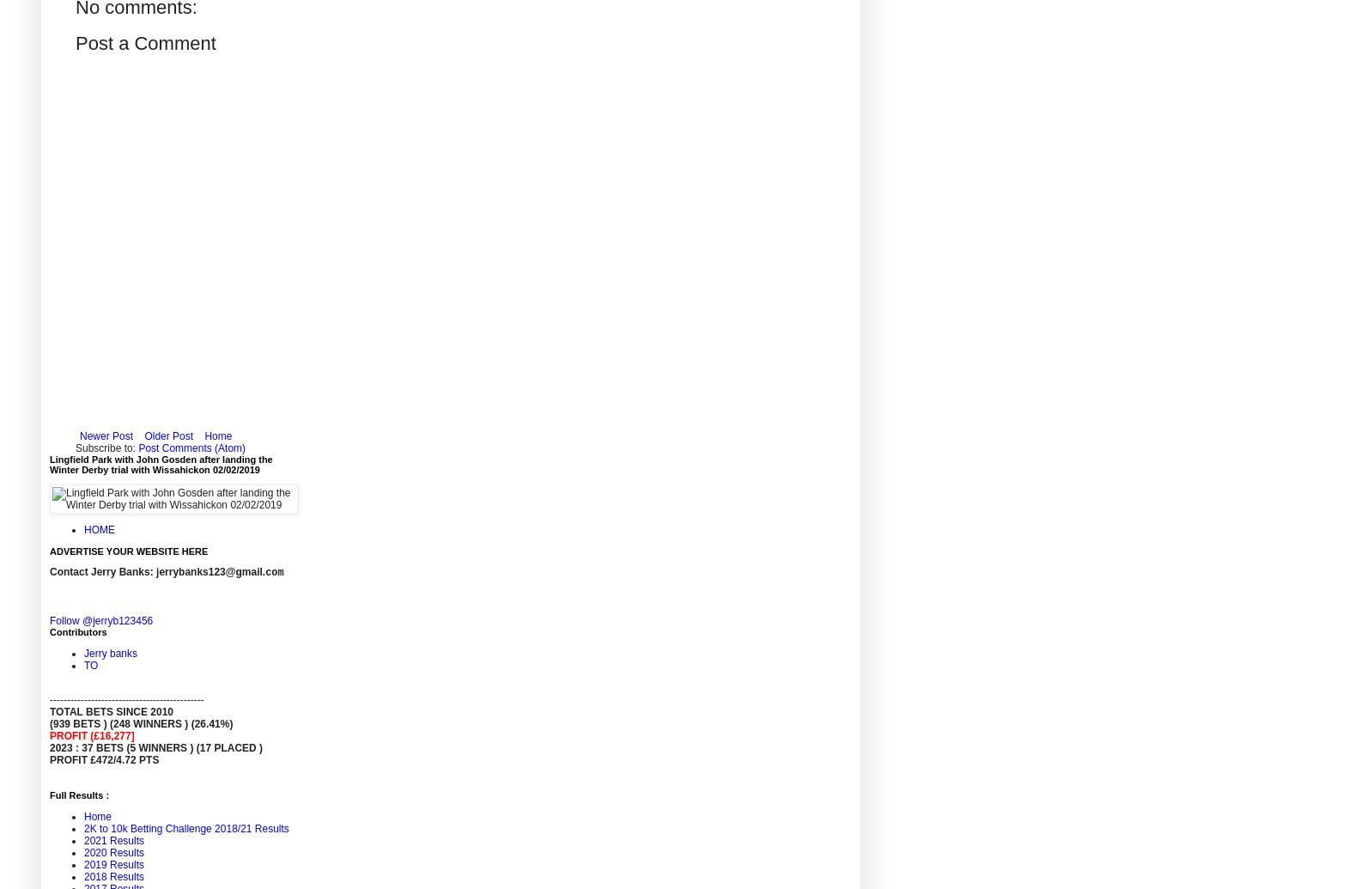 The width and height of the screenshot is (1372, 889). I want to click on 'Post a Comment', so click(75, 43).